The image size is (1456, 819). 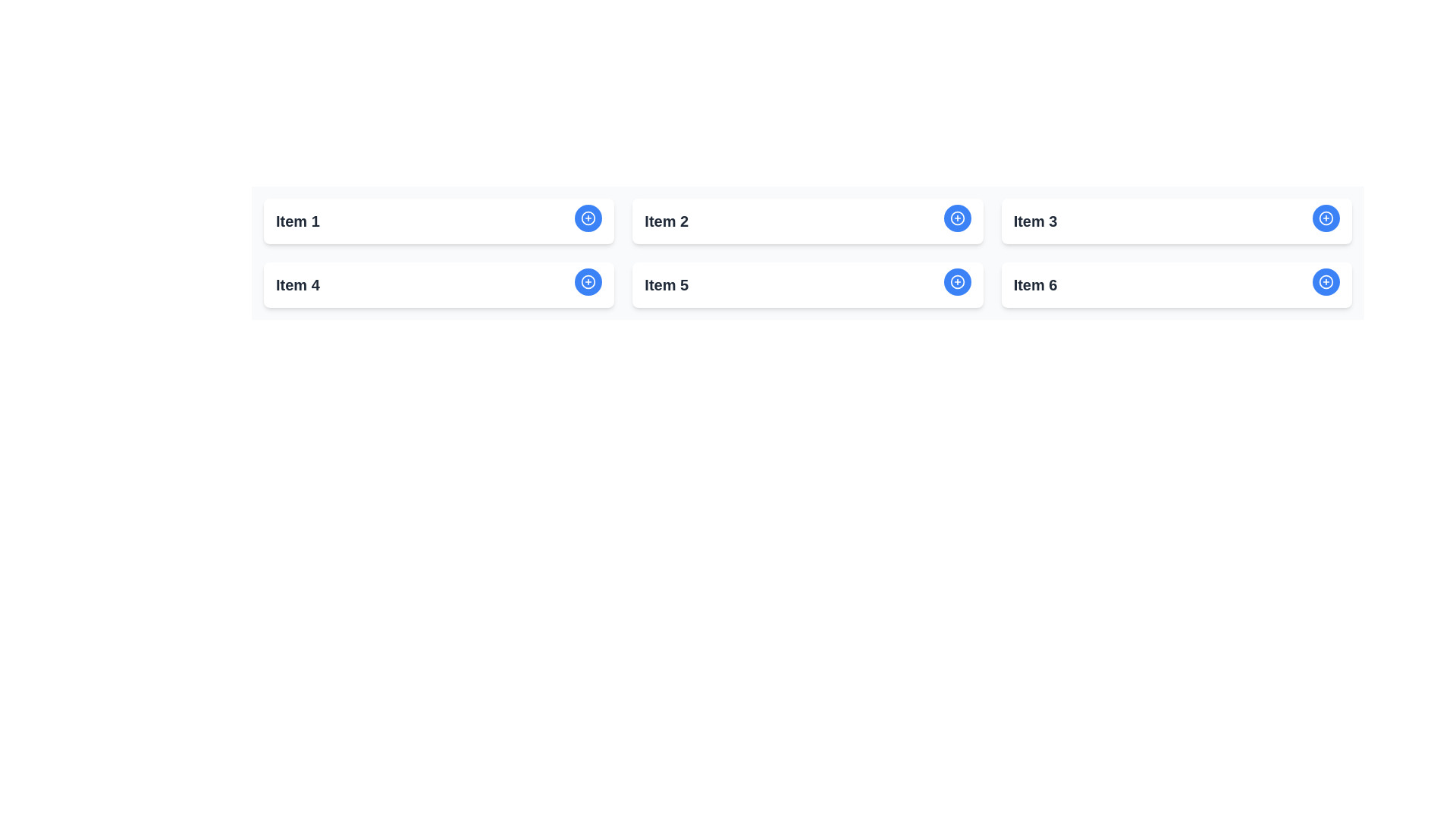 What do you see at coordinates (1034, 284) in the screenshot?
I see `the static text label identifying 'Item 6' in the bottom-right corner of the grid` at bounding box center [1034, 284].